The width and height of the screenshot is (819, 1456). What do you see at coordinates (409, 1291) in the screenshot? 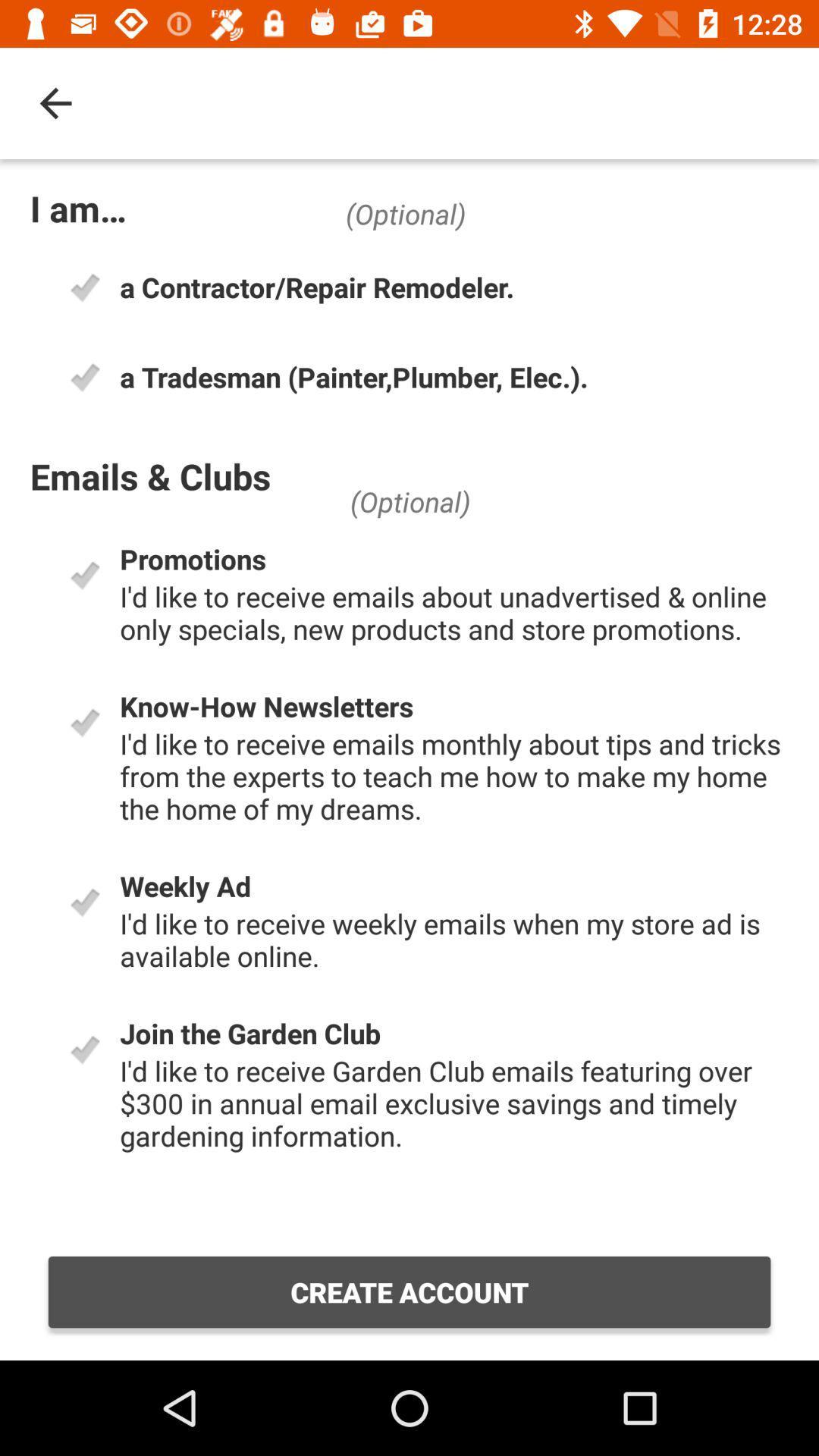
I see `the icon below i d like item` at bounding box center [409, 1291].